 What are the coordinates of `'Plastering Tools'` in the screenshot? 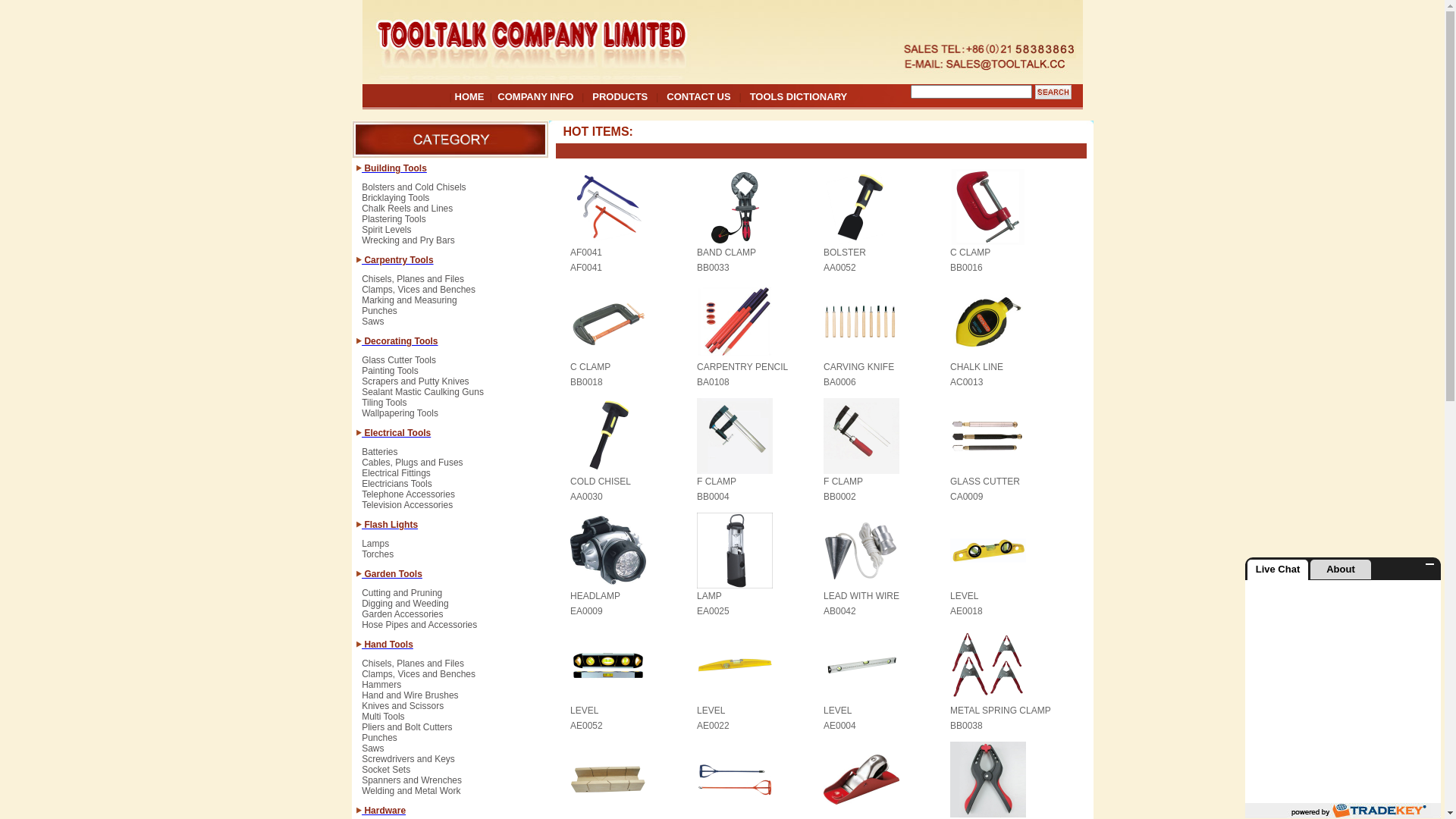 It's located at (394, 224).